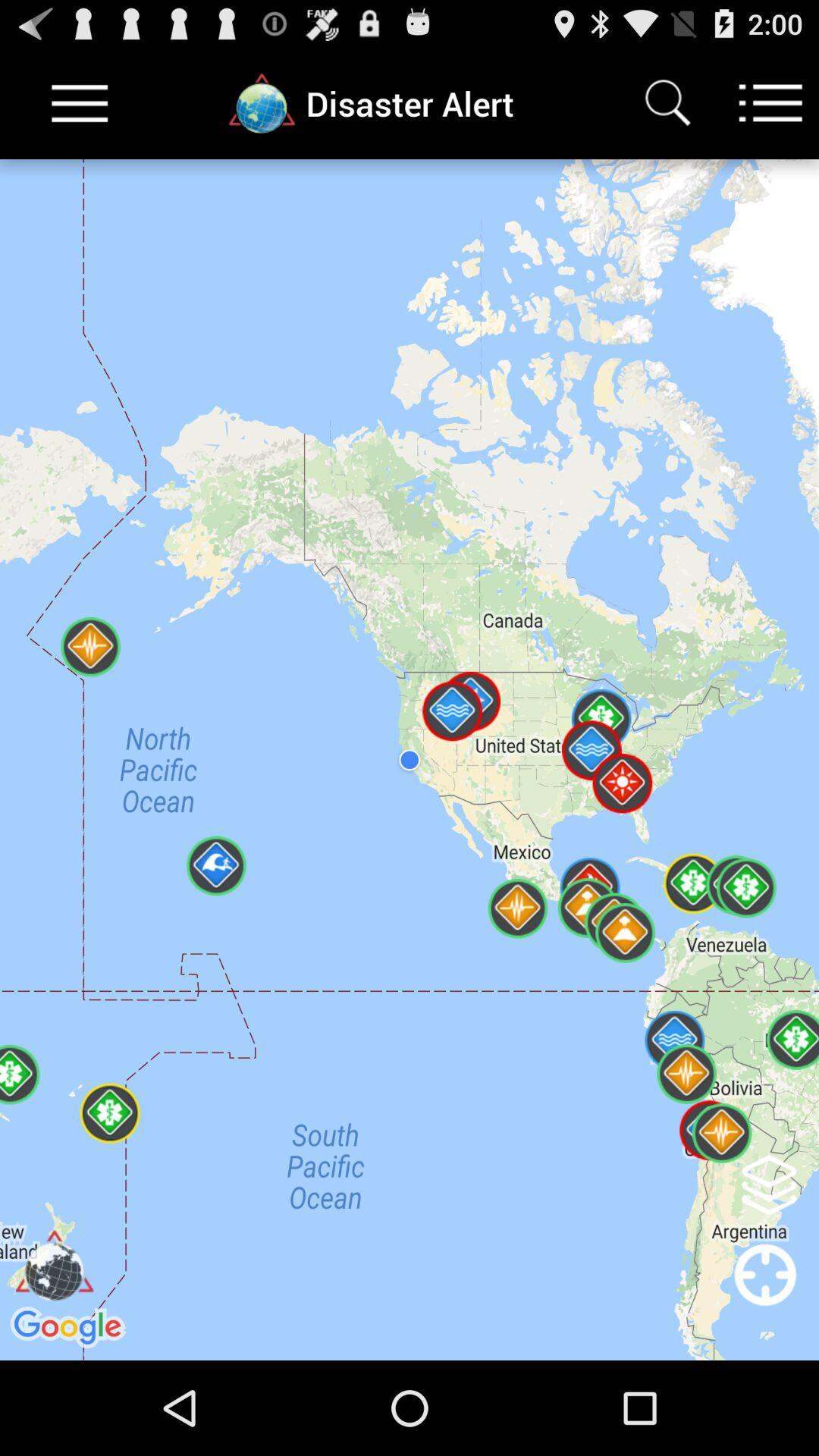 Image resolution: width=819 pixels, height=1456 pixels. Describe the element at coordinates (667, 102) in the screenshot. I see `the item to the right of disaster alert` at that location.